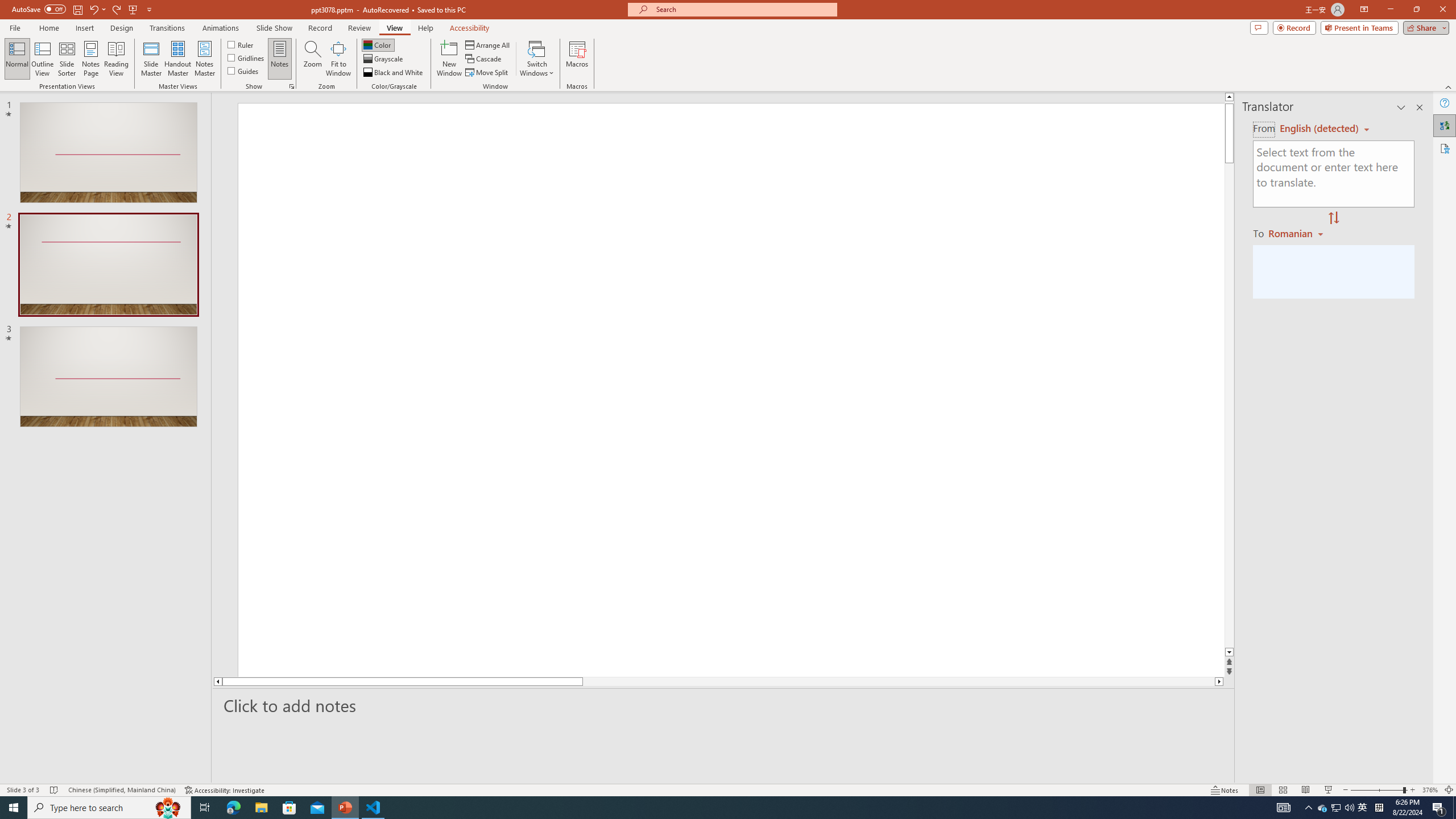 The image size is (1456, 819). Describe the element at coordinates (1296, 233) in the screenshot. I see `'Romanian'` at that location.